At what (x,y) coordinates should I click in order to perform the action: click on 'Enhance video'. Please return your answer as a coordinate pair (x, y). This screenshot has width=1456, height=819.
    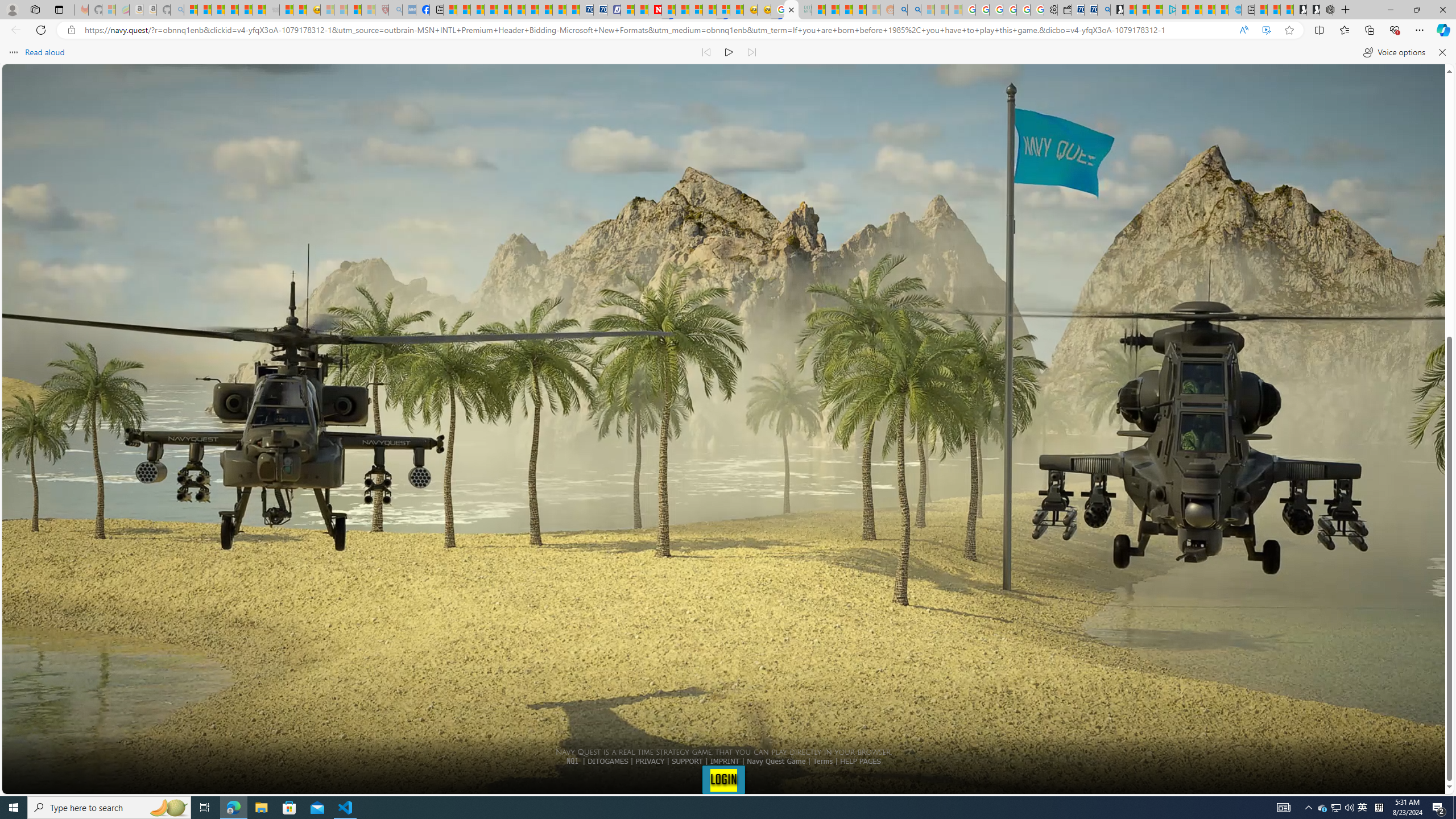
    Looking at the image, I should click on (1266, 30).